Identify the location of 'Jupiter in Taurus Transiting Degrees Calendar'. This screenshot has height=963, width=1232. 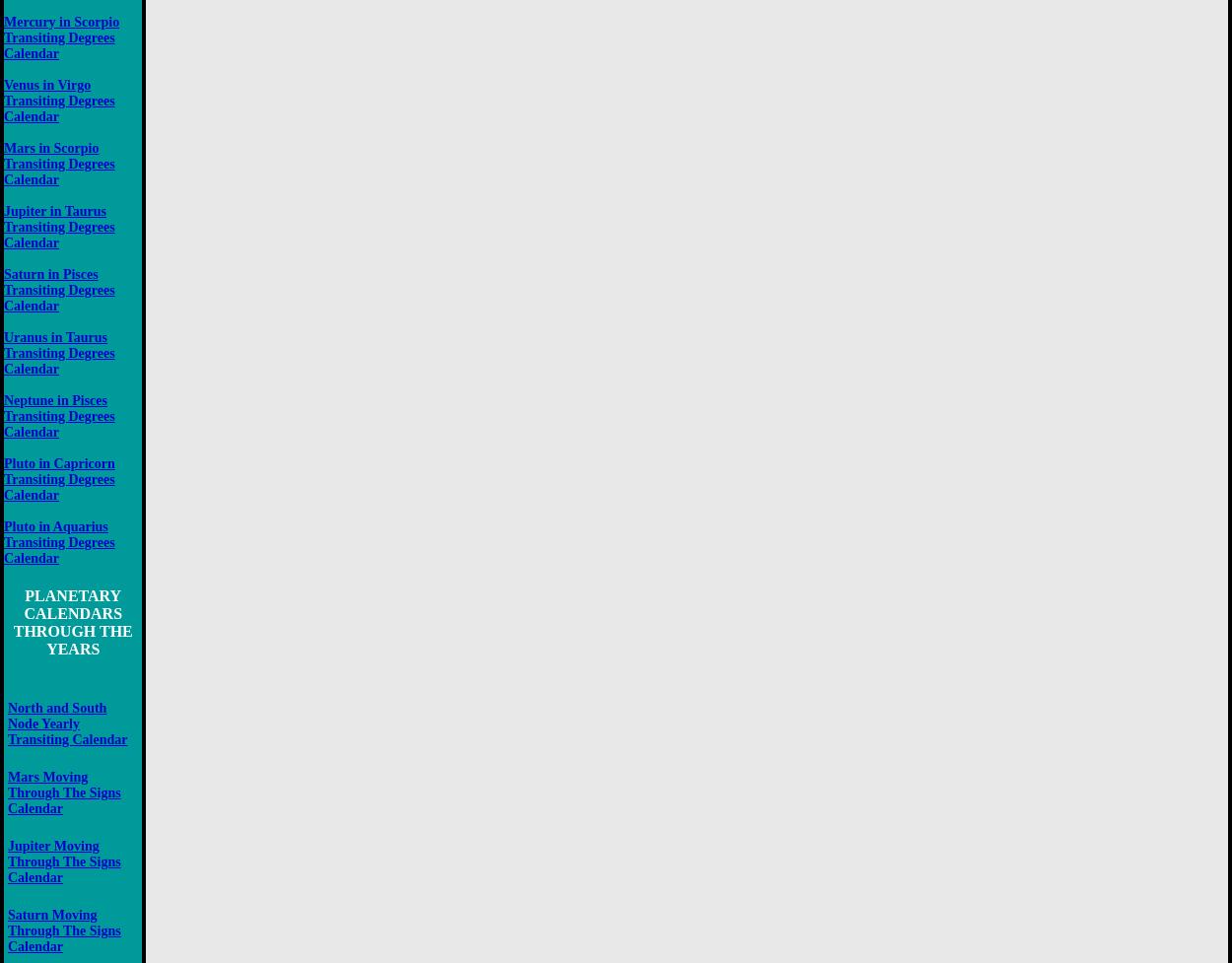
(59, 225).